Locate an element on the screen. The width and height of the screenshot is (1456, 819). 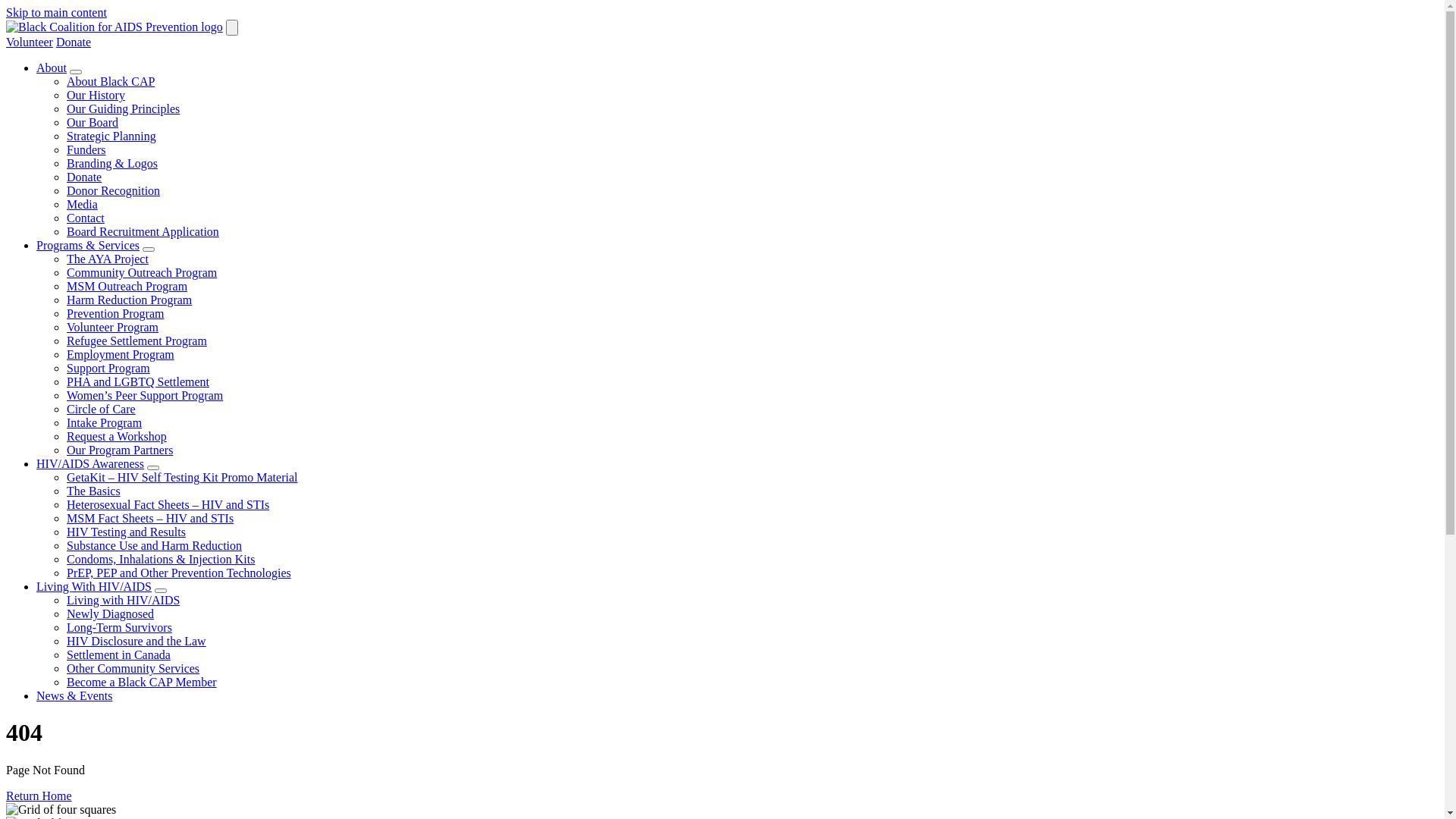
'Our History' is located at coordinates (95, 95).